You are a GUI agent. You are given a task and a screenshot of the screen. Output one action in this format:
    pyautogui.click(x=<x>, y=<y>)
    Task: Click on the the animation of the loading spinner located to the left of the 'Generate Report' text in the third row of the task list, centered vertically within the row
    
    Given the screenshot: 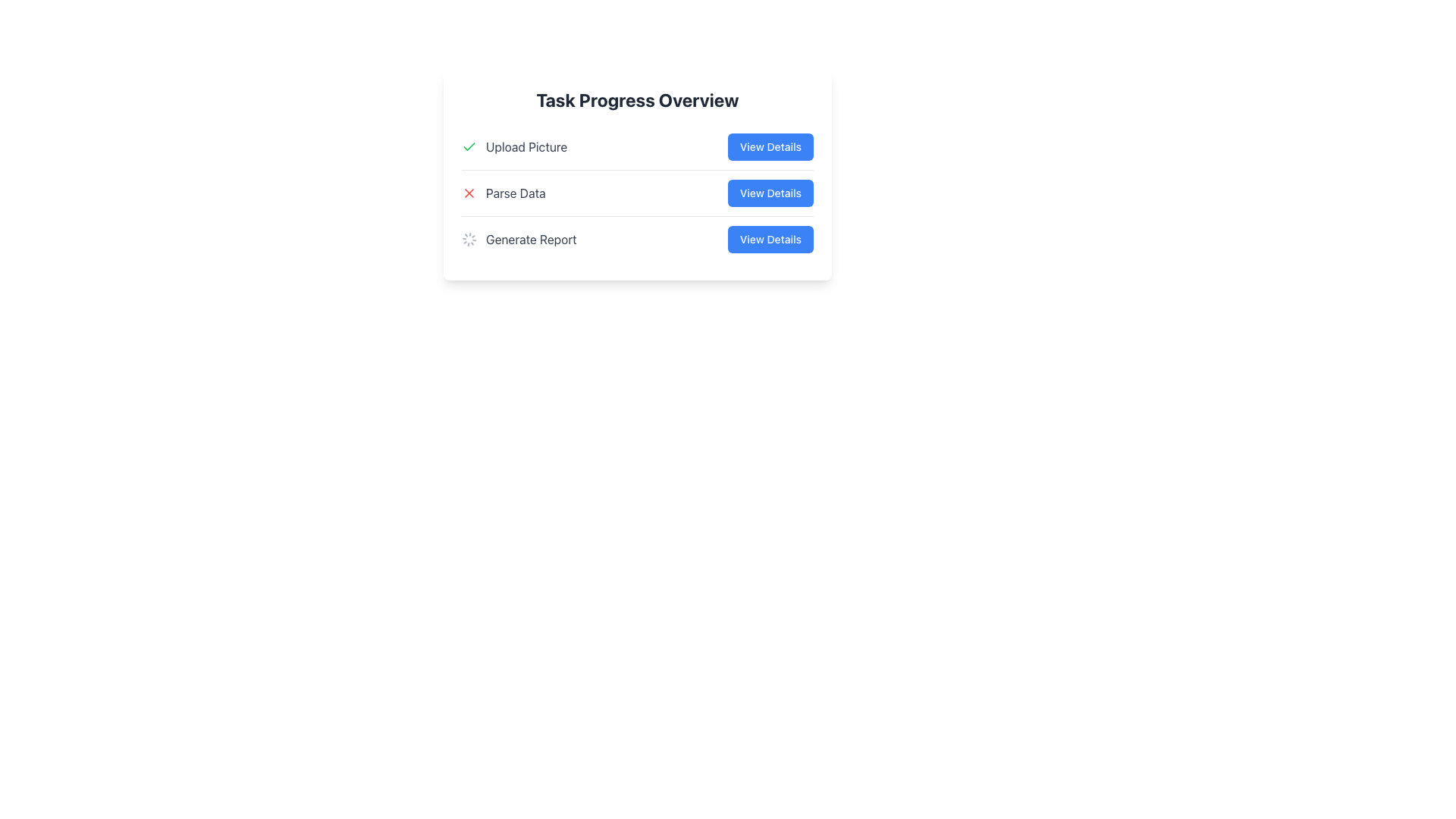 What is the action you would take?
    pyautogui.click(x=469, y=239)
    